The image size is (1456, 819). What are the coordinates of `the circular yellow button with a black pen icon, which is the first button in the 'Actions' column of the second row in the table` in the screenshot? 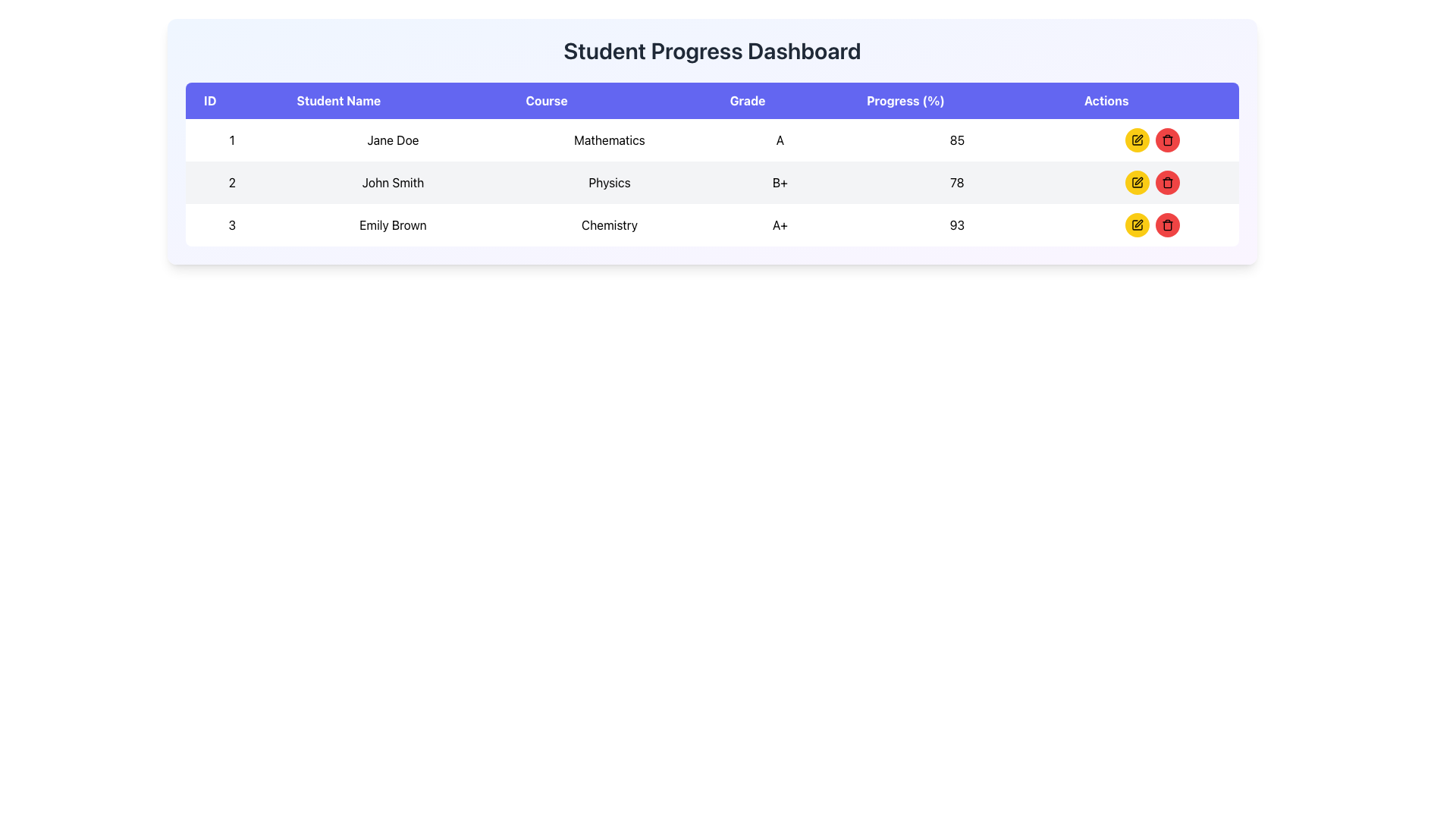 It's located at (1137, 181).